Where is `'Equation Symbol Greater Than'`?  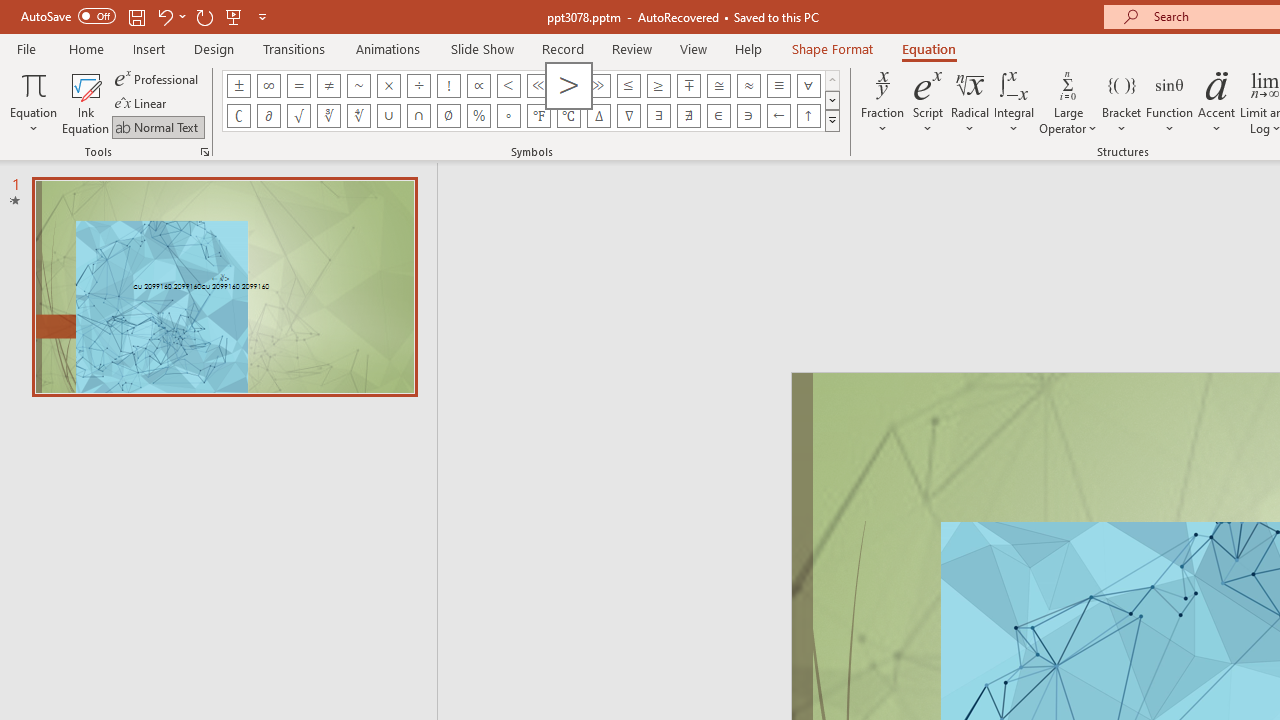 'Equation Symbol Greater Than' is located at coordinates (567, 85).